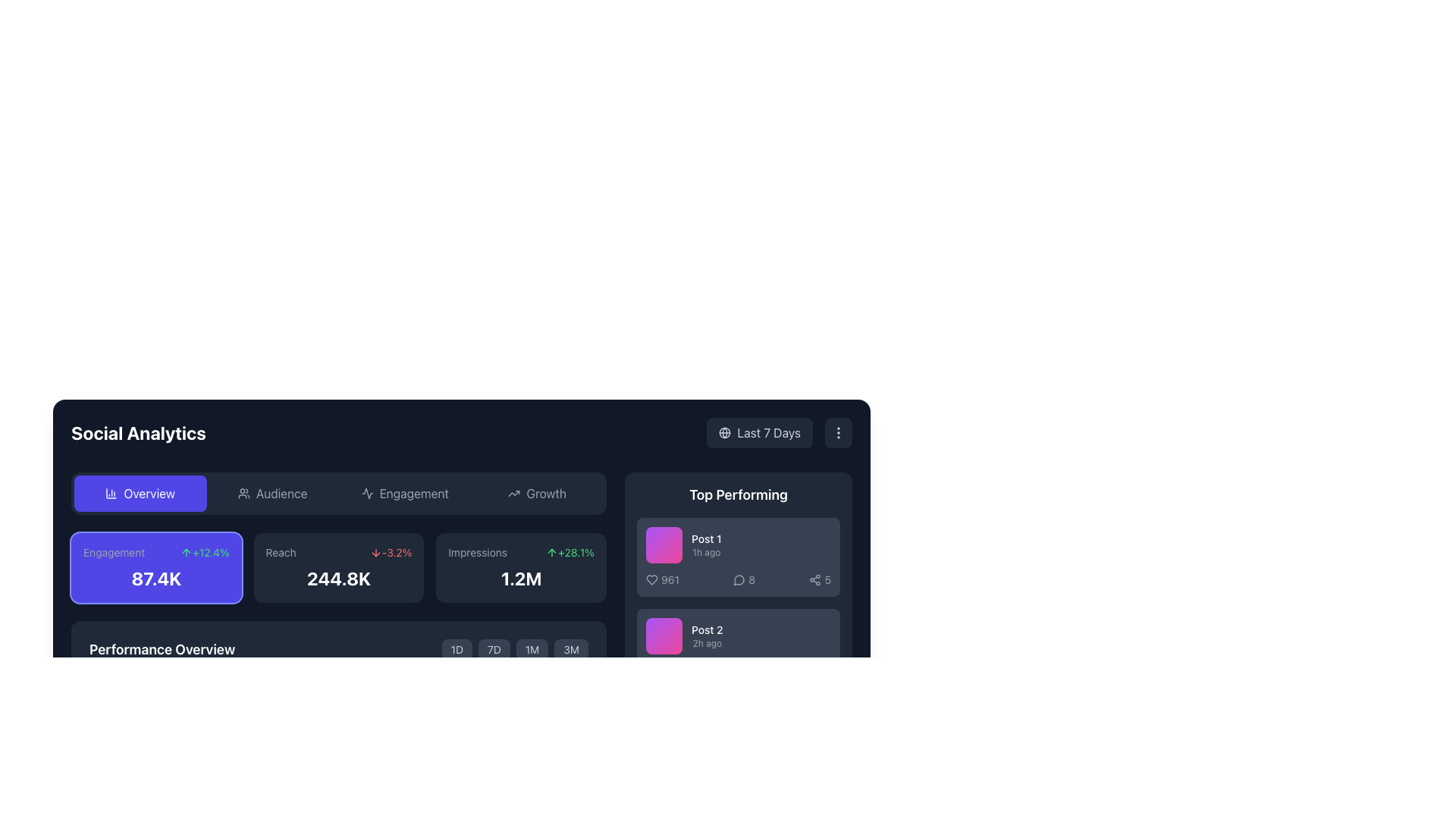 Image resolution: width=1456 pixels, height=819 pixels. Describe the element at coordinates (837, 432) in the screenshot. I see `the options indicator icon located in the top-right corner of the 'Social Analytics' interface` at that location.